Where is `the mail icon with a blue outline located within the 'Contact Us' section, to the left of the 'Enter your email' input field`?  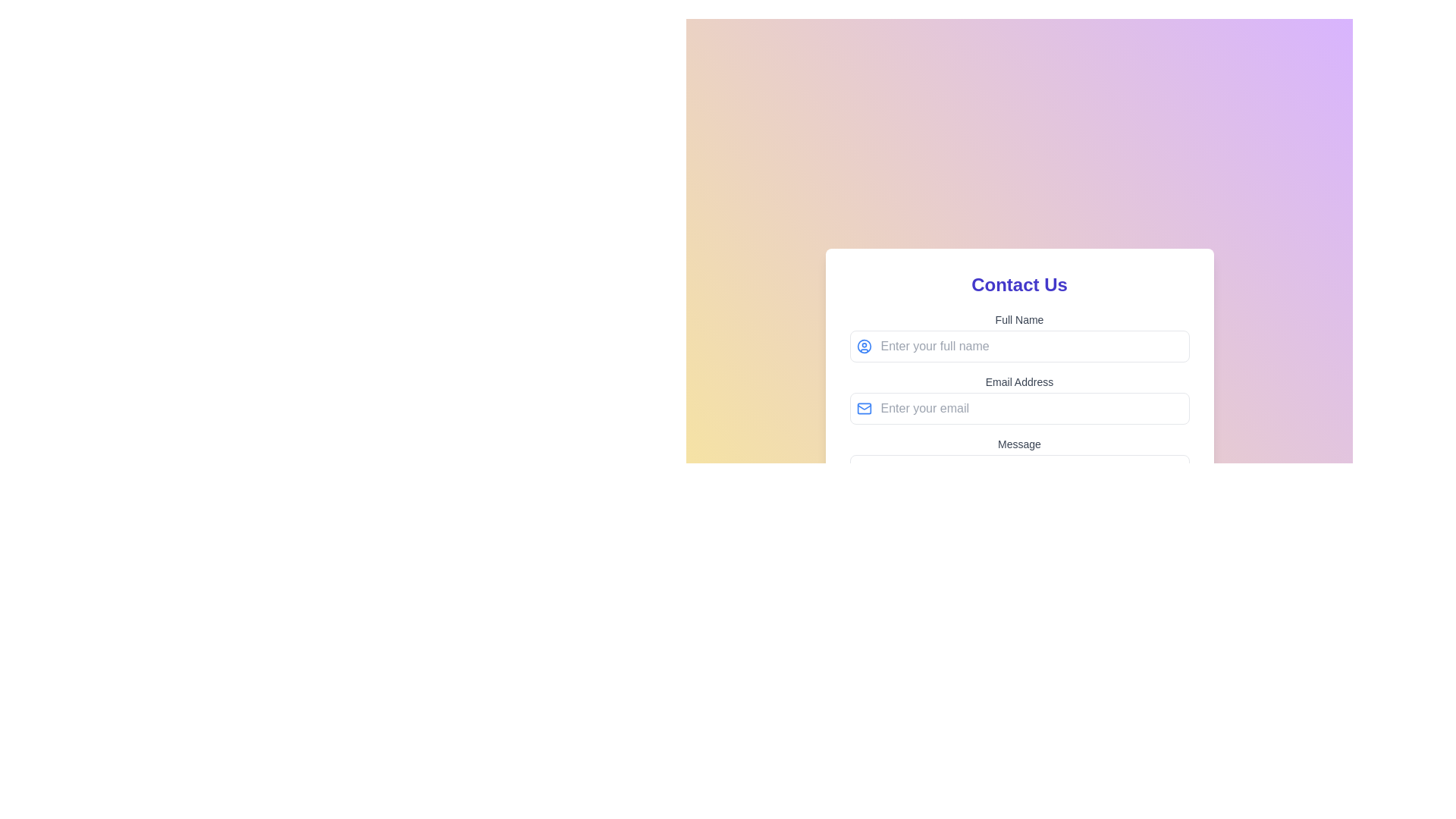
the mail icon with a blue outline located within the 'Contact Us' section, to the left of the 'Enter your email' input field is located at coordinates (864, 408).